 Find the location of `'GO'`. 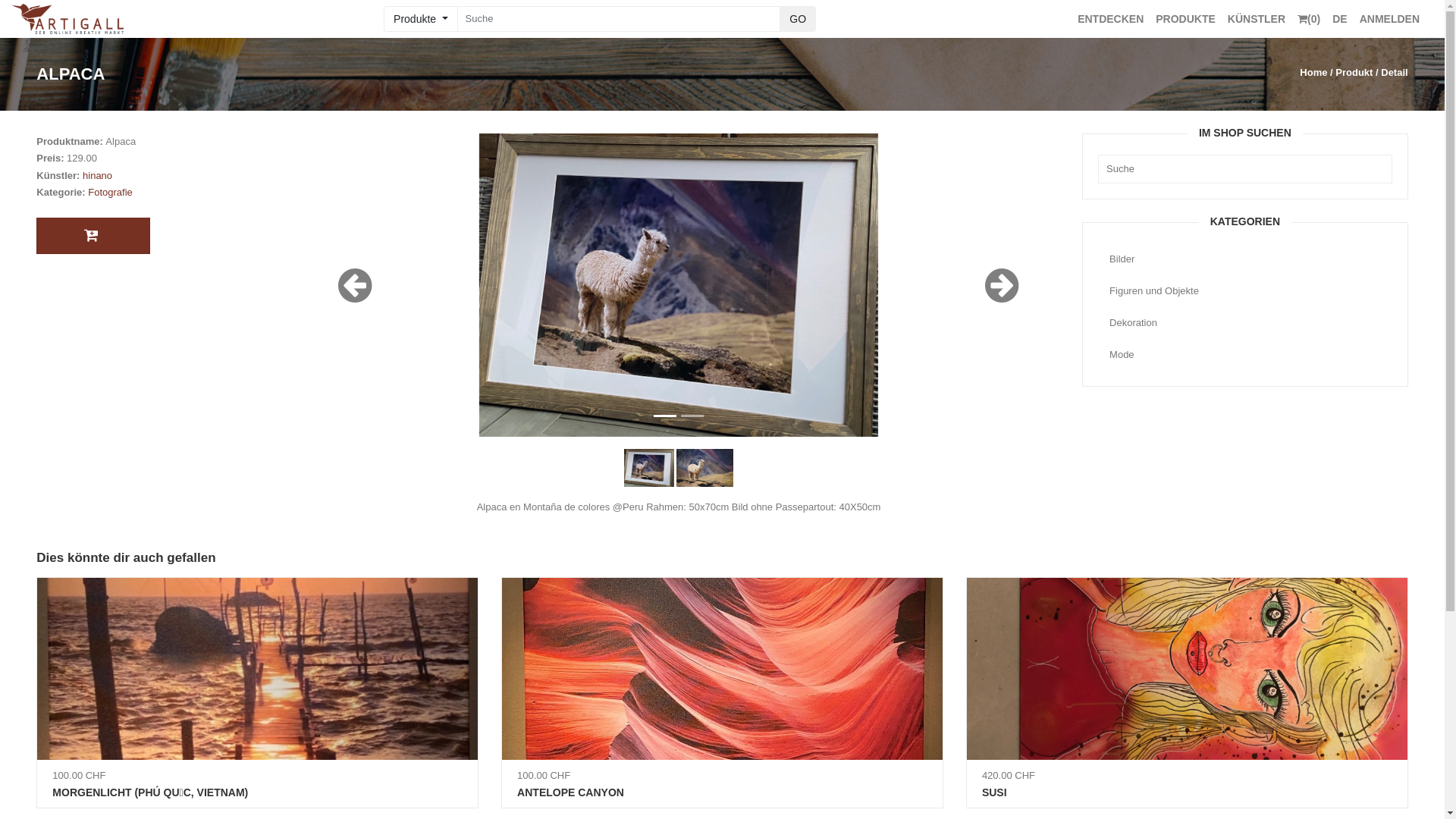

'GO' is located at coordinates (797, 18).